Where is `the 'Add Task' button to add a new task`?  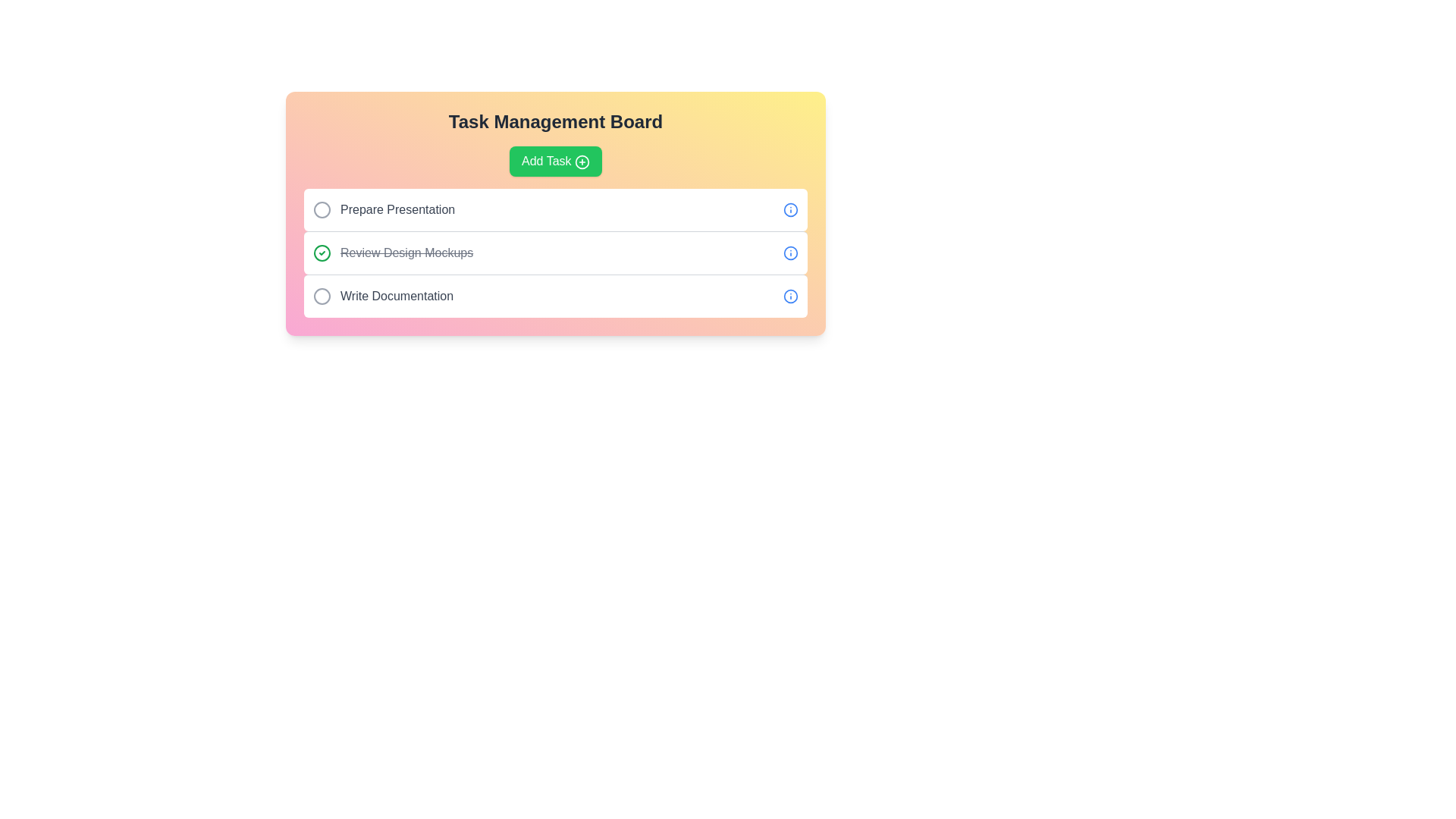
the 'Add Task' button to add a new task is located at coordinates (555, 161).